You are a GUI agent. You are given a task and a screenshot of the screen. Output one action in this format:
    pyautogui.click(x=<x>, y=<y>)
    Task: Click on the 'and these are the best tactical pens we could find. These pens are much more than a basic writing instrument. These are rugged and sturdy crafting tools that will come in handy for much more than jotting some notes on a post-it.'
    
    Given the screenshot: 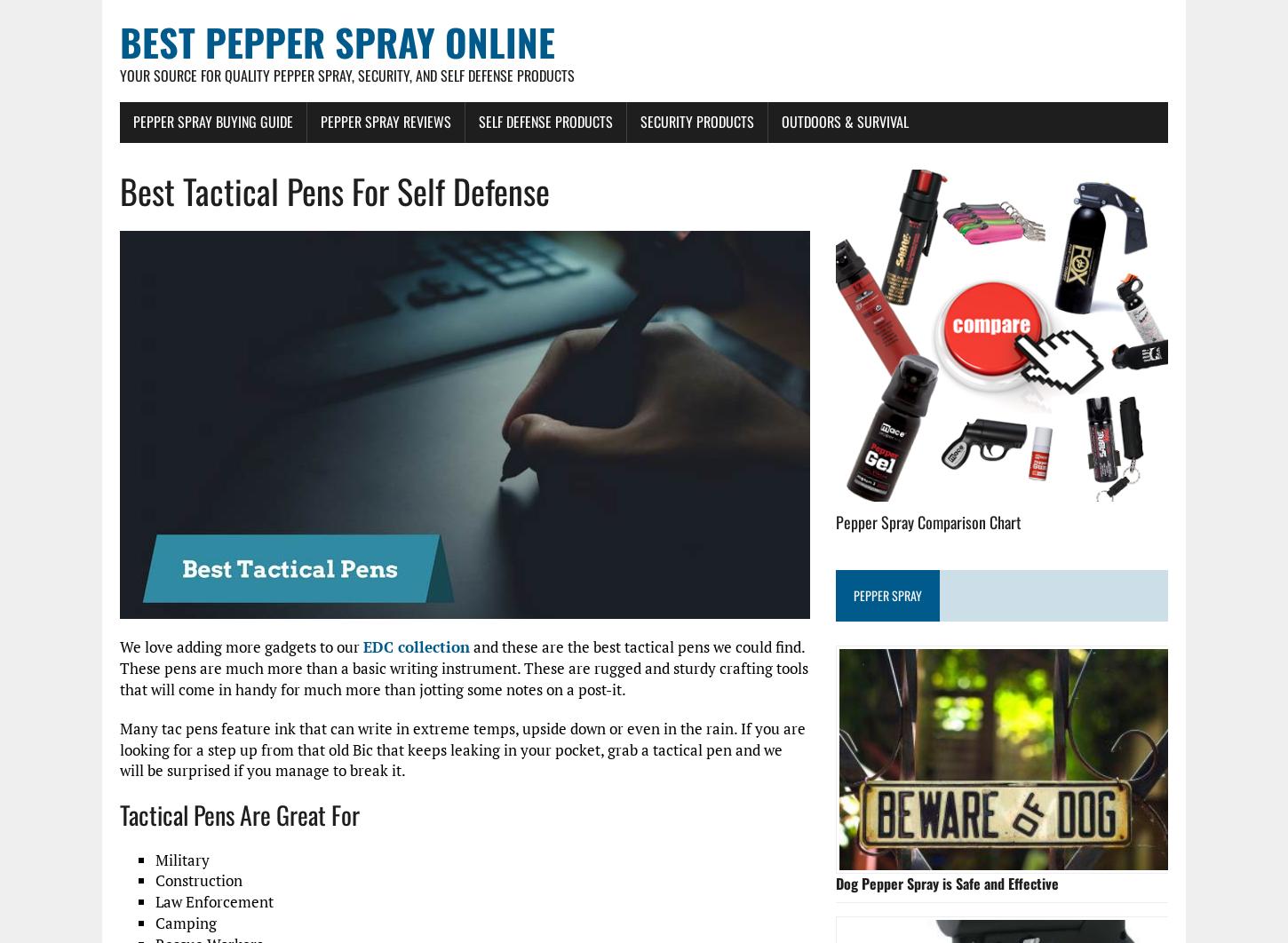 What is the action you would take?
    pyautogui.click(x=464, y=668)
    